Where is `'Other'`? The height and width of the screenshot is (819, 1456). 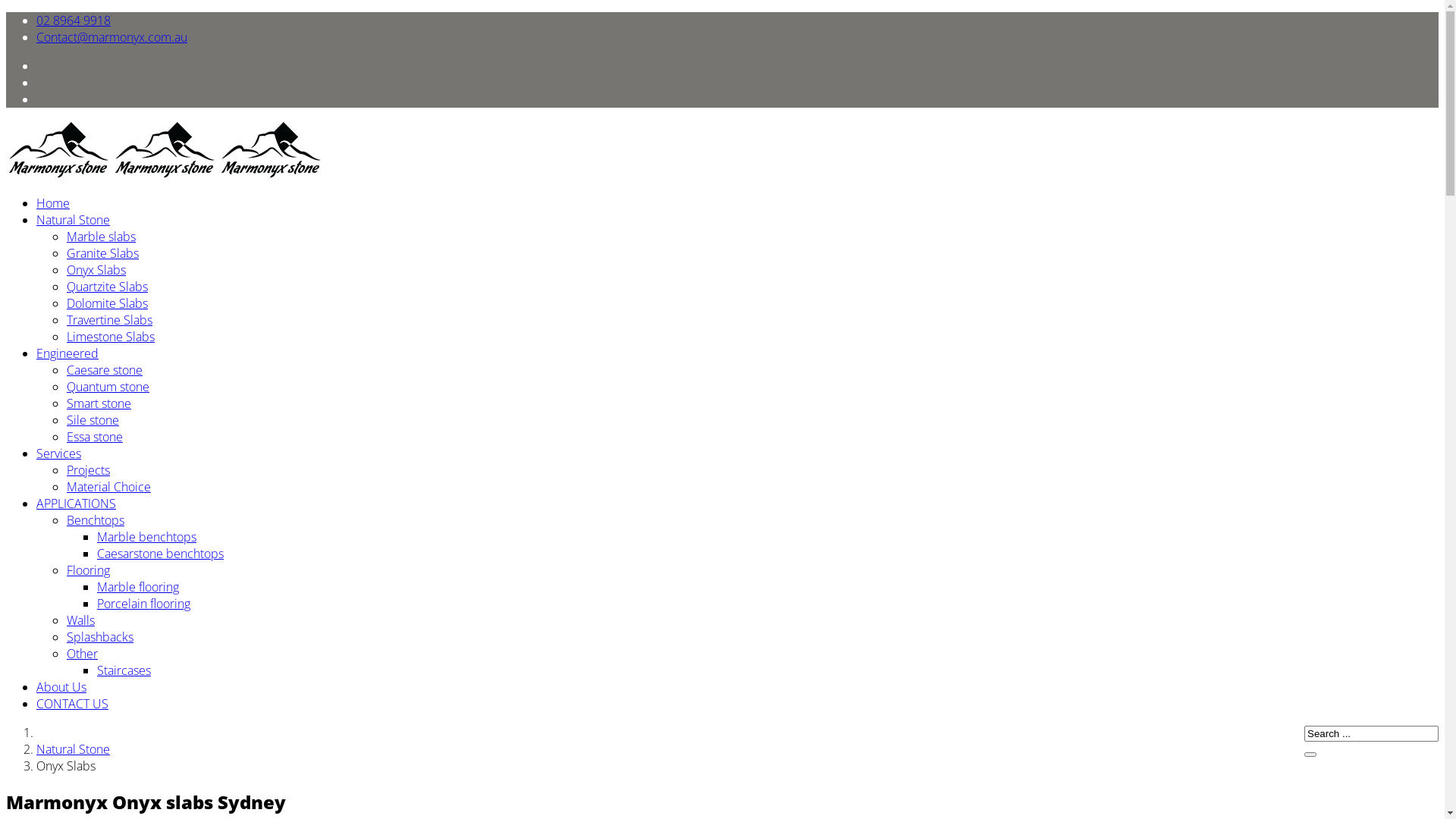
'Other' is located at coordinates (81, 652).